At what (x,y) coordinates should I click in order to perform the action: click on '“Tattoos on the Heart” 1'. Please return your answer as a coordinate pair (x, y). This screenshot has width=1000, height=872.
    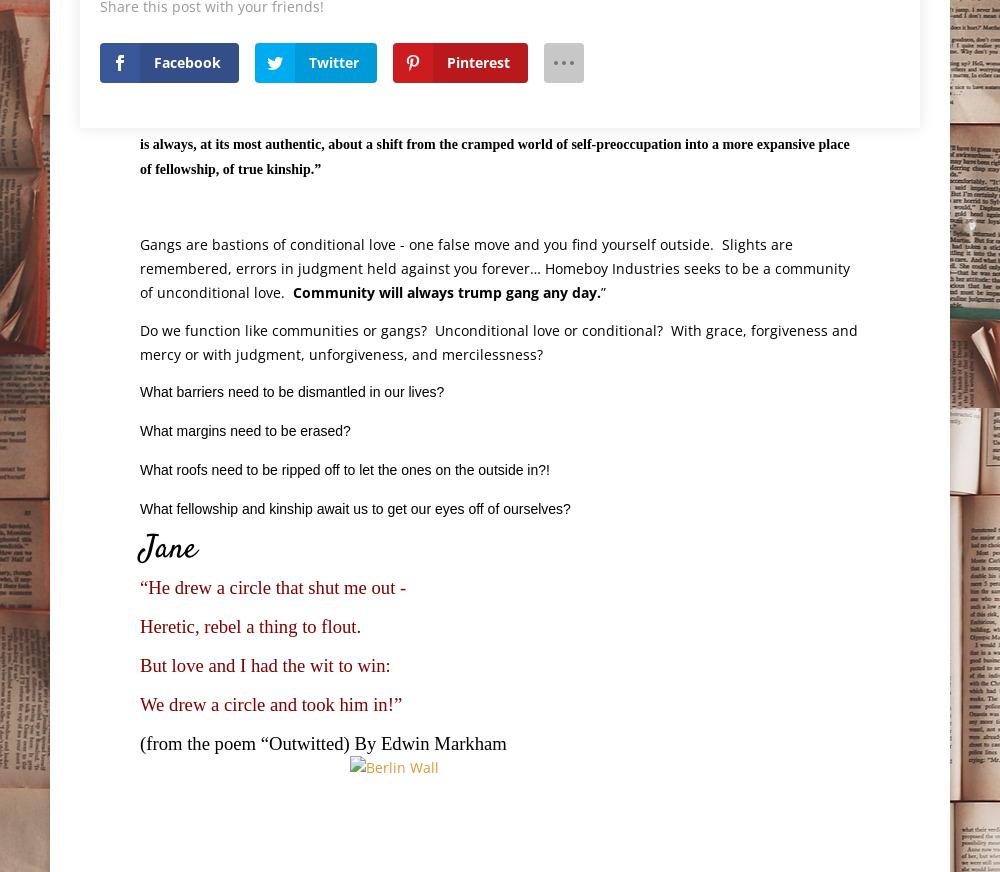
    Looking at the image, I should click on (544, 438).